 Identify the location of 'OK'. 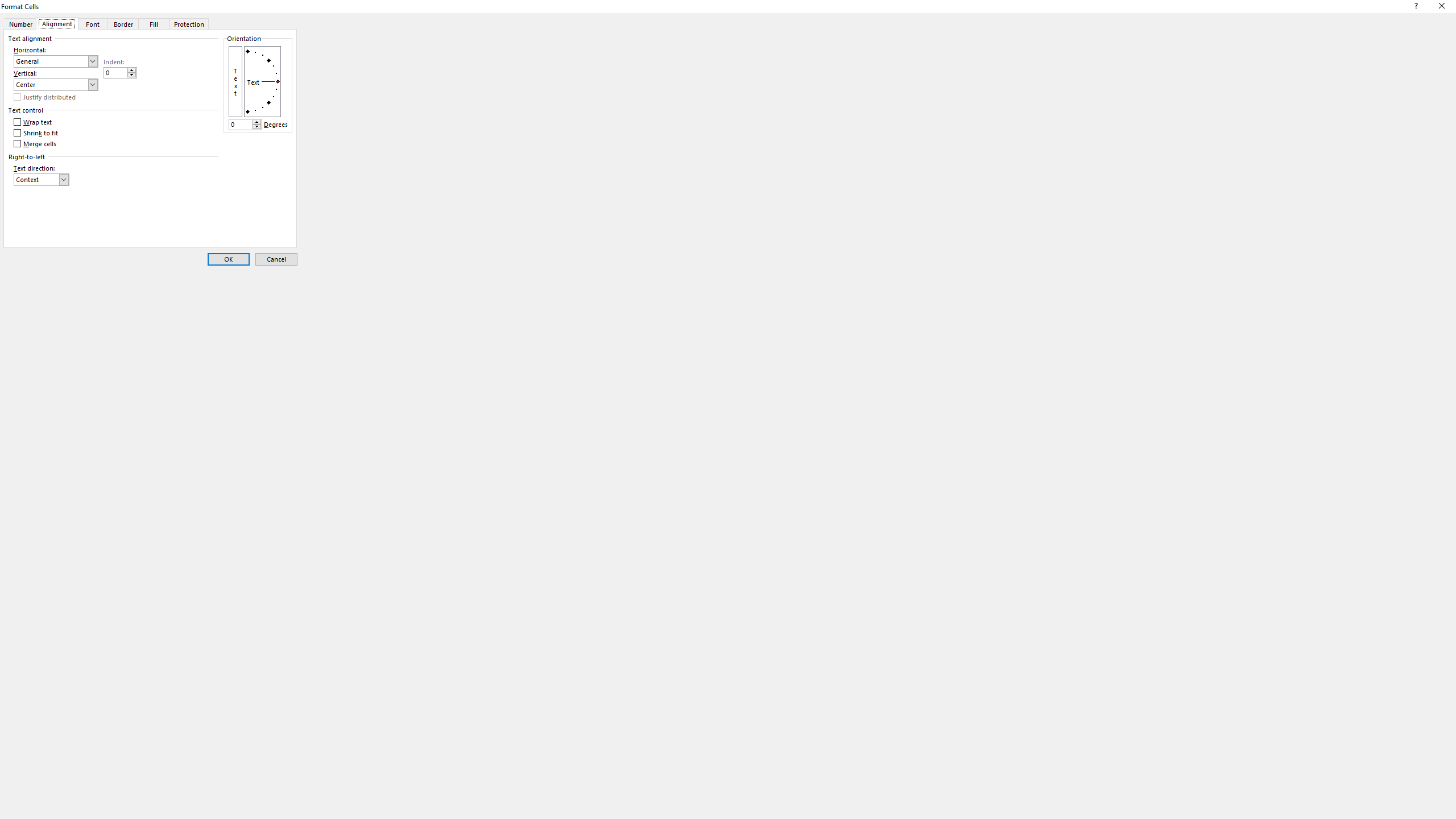
(227, 259).